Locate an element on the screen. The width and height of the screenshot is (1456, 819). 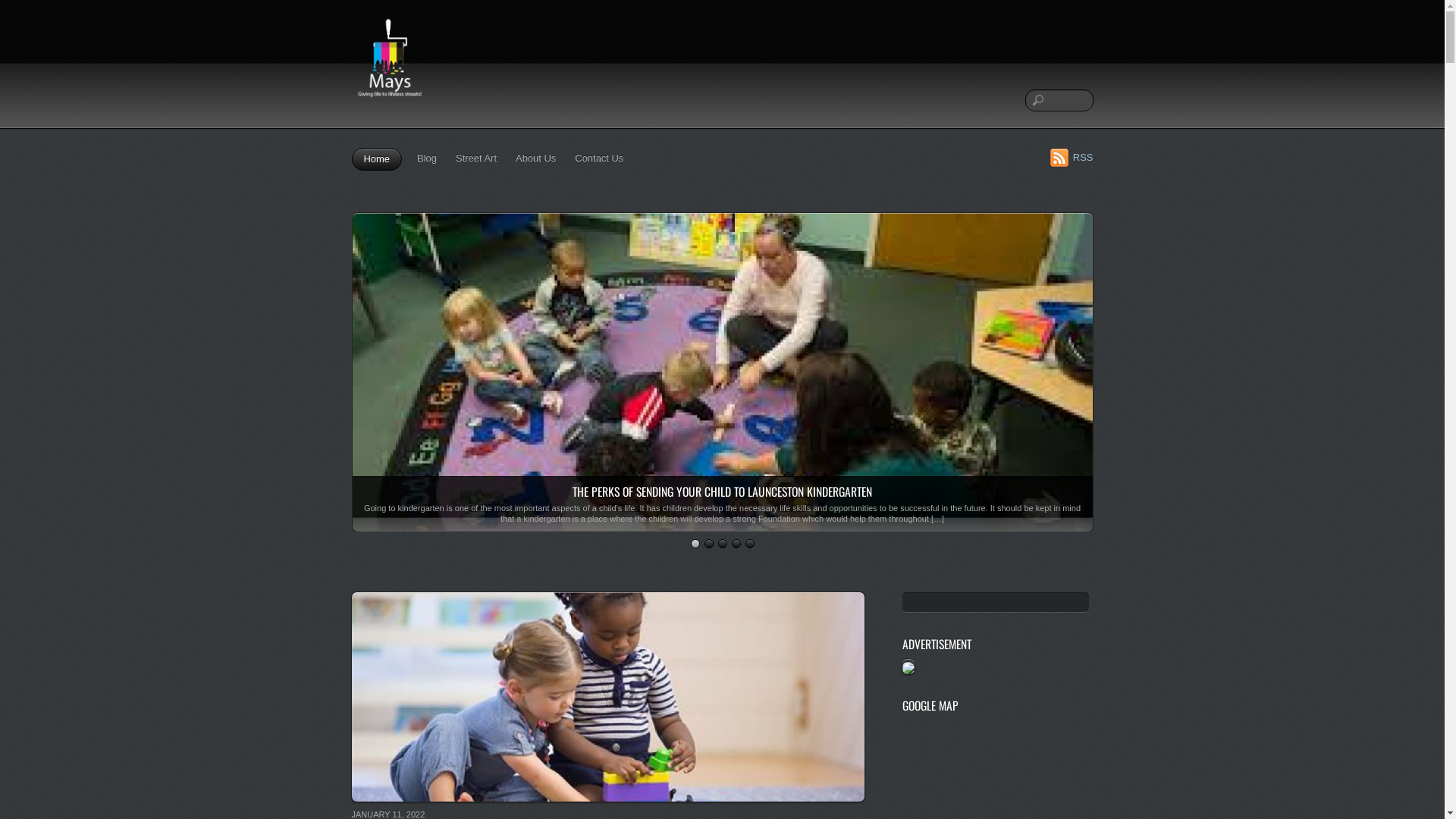
'Search' is located at coordinates (996, 601).